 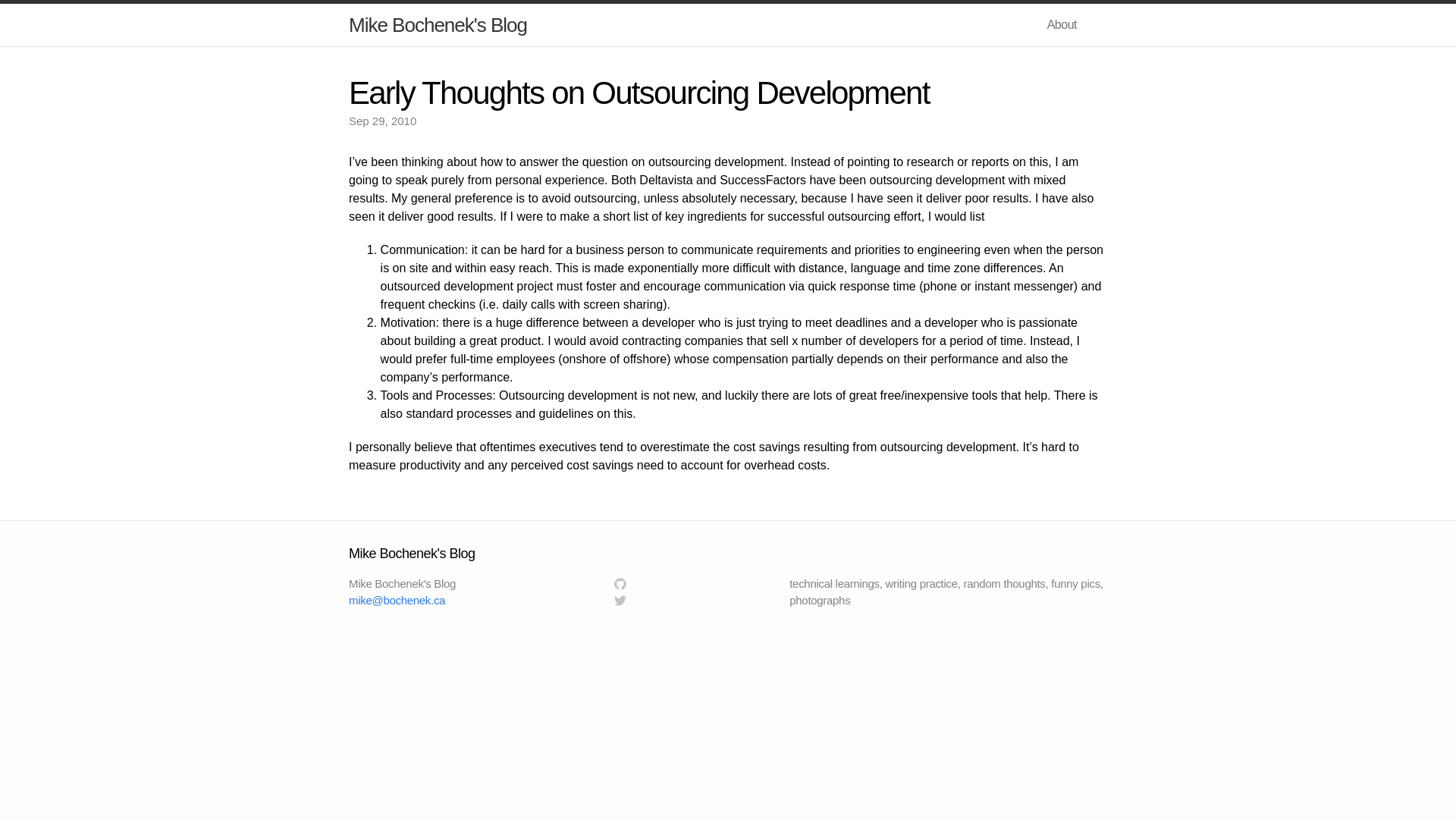 I want to click on 'mike@bochenek.ca', so click(x=348, y=599).